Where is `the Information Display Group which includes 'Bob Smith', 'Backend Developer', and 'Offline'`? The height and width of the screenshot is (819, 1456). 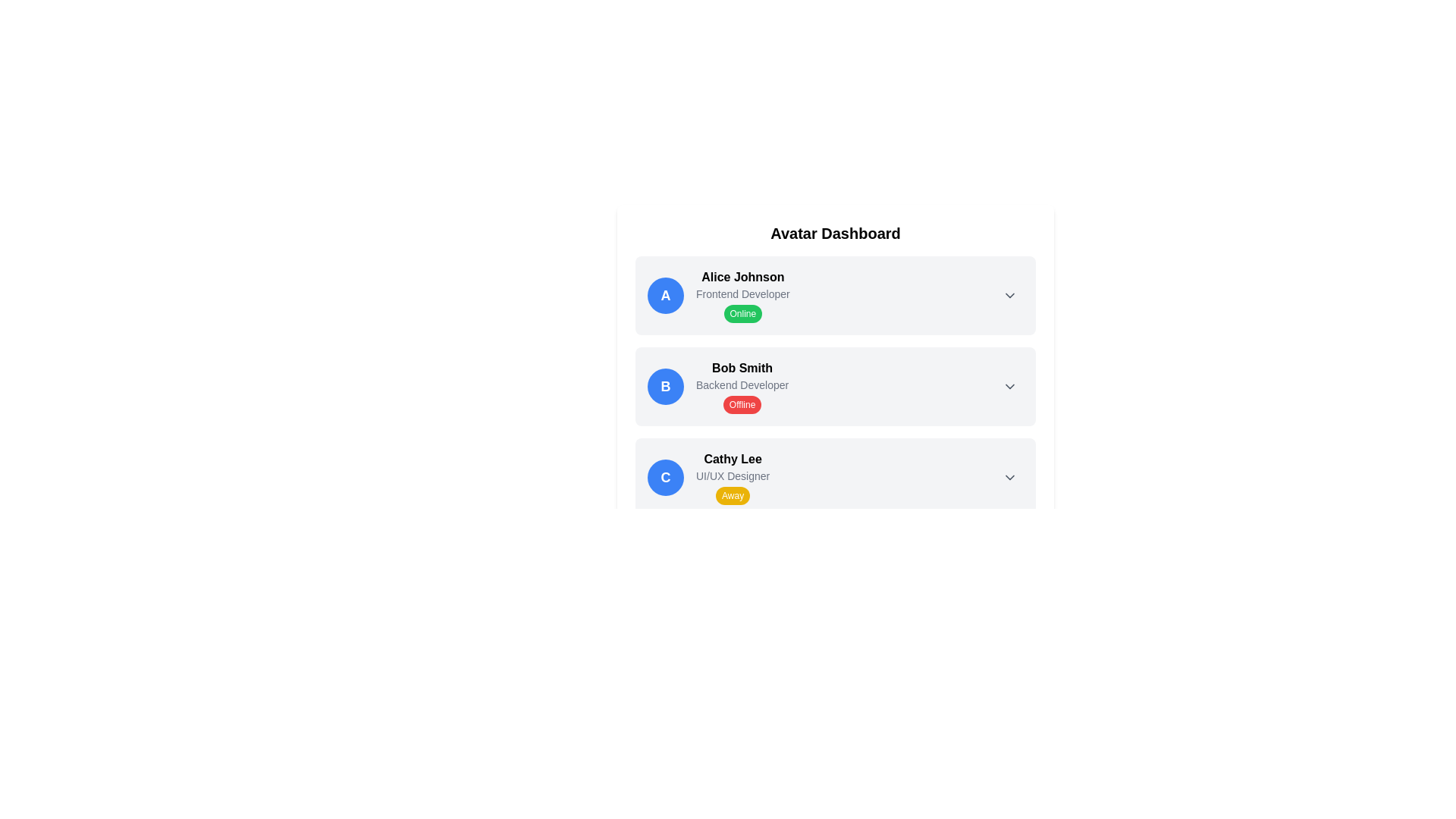 the Information Display Group which includes 'Bob Smith', 'Backend Developer', and 'Offline' is located at coordinates (742, 385).